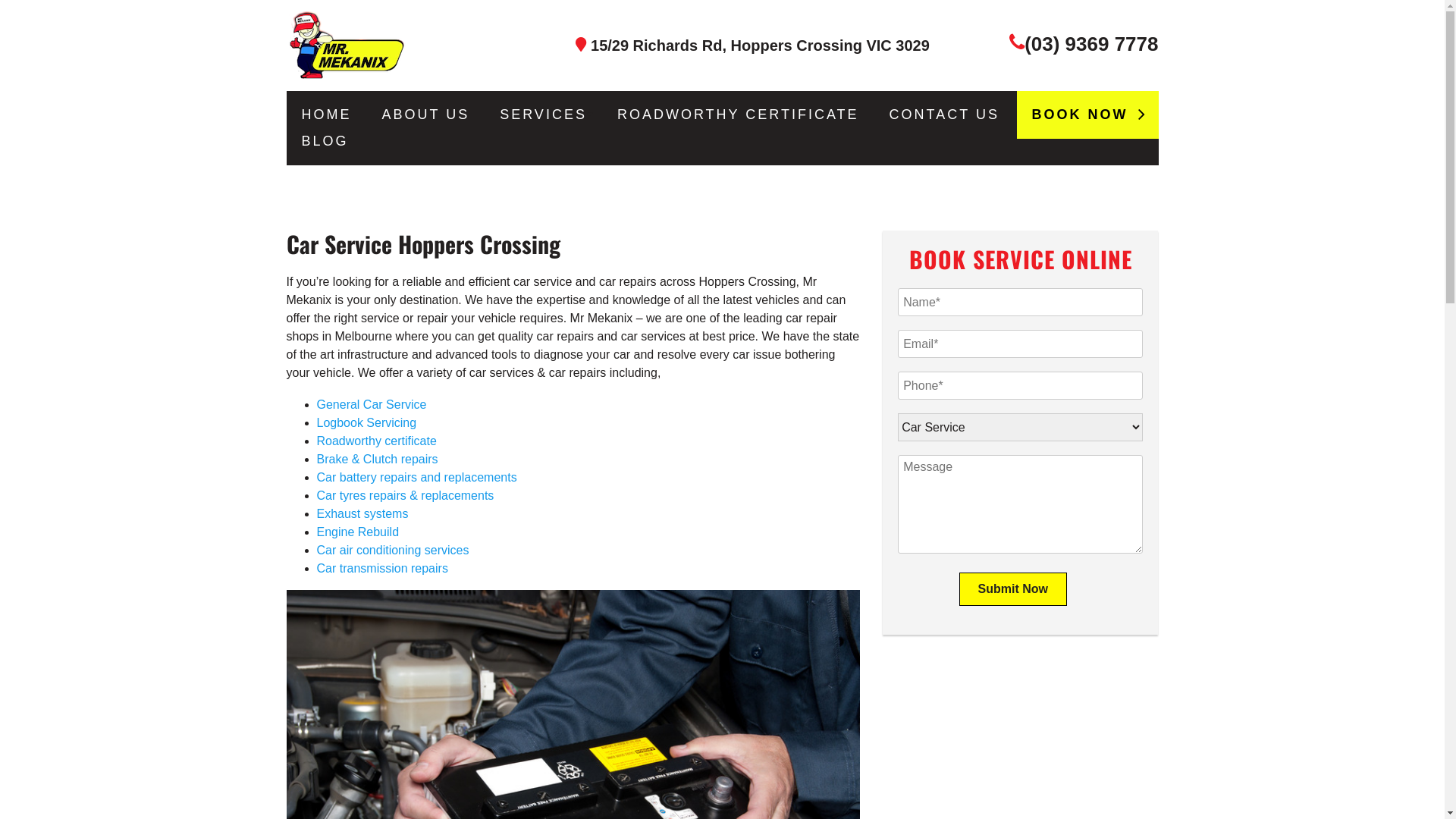 The width and height of the screenshot is (1456, 819). What do you see at coordinates (324, 141) in the screenshot?
I see `'BLOG'` at bounding box center [324, 141].